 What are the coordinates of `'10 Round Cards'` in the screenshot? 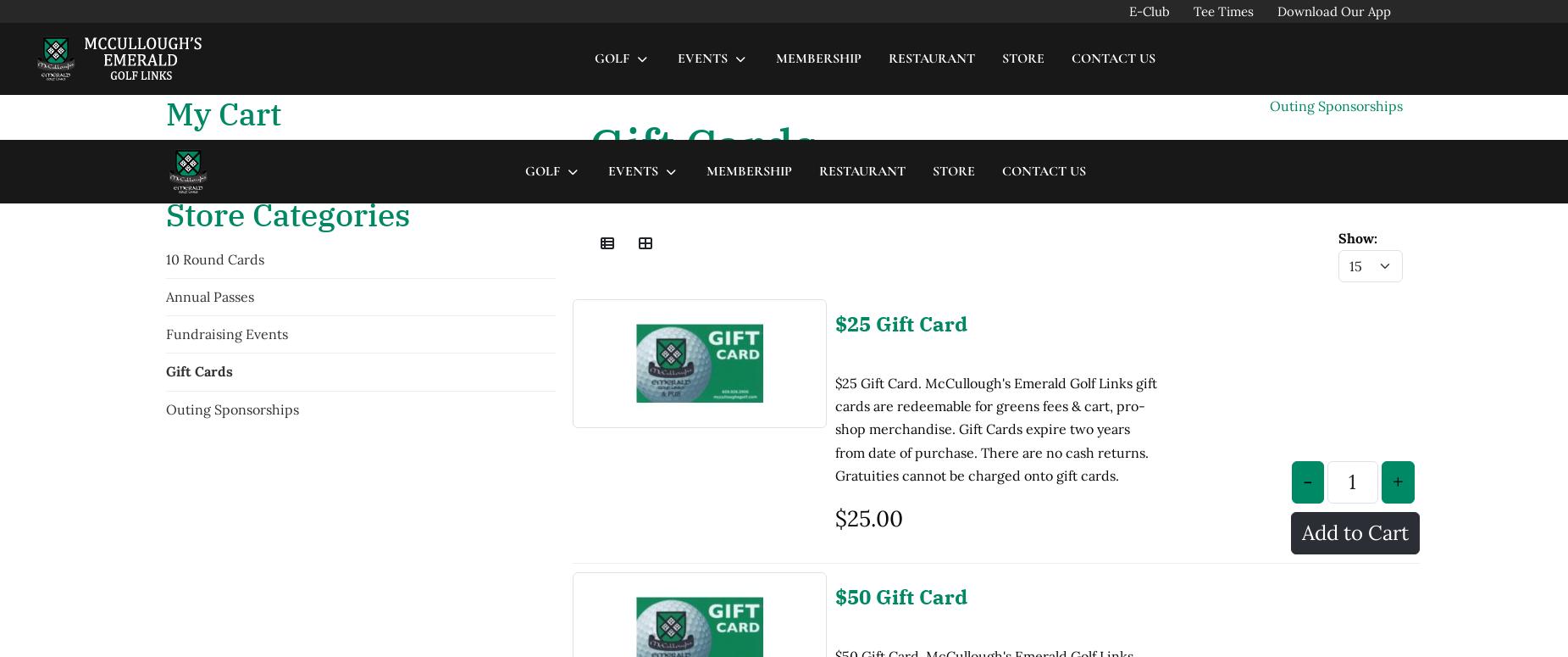 It's located at (213, 117).